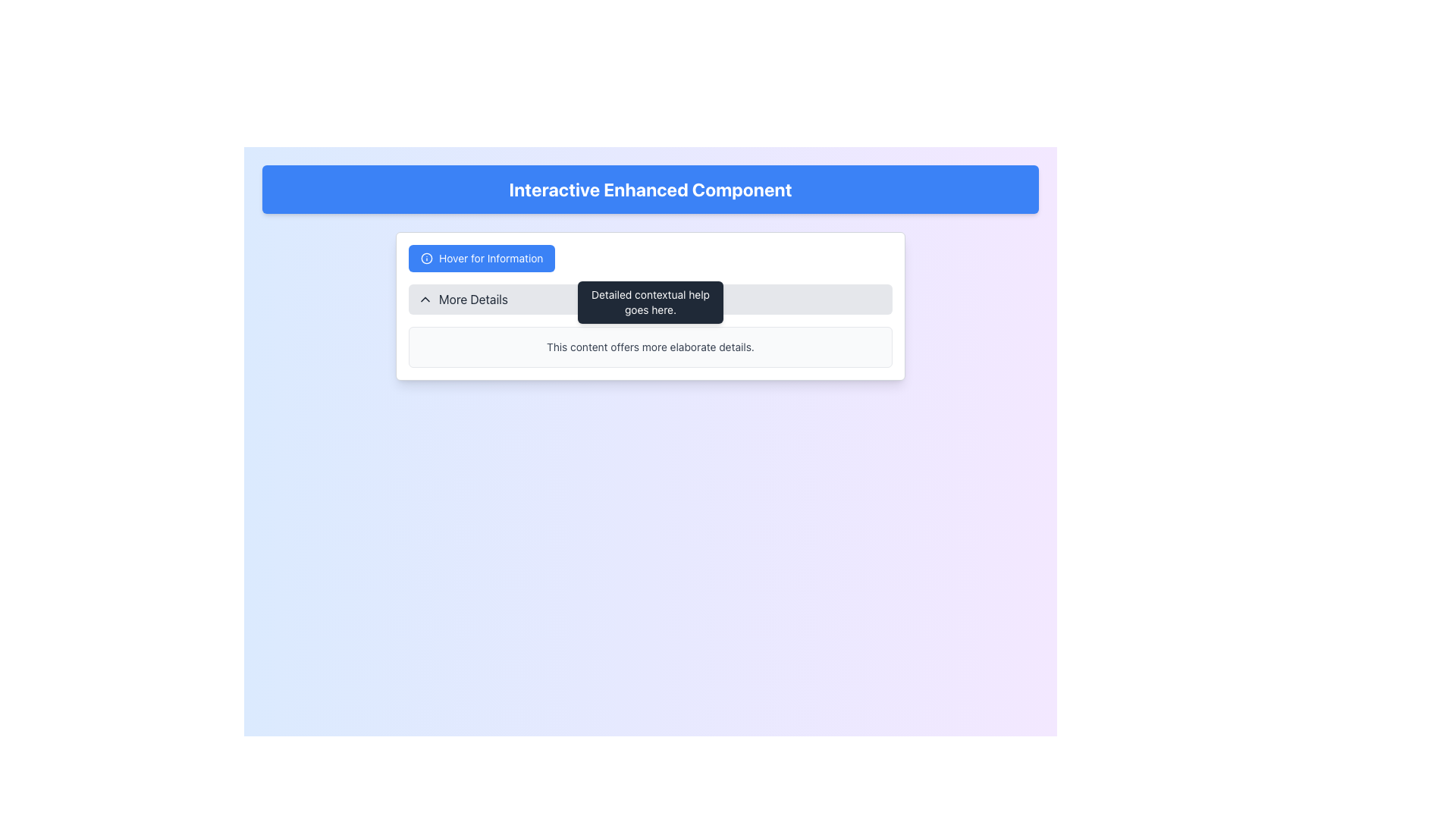 The width and height of the screenshot is (1456, 819). What do you see at coordinates (651, 257) in the screenshot?
I see `the blue button labeled 'Hover for Information' in the Tooltip and Button Combination` at bounding box center [651, 257].